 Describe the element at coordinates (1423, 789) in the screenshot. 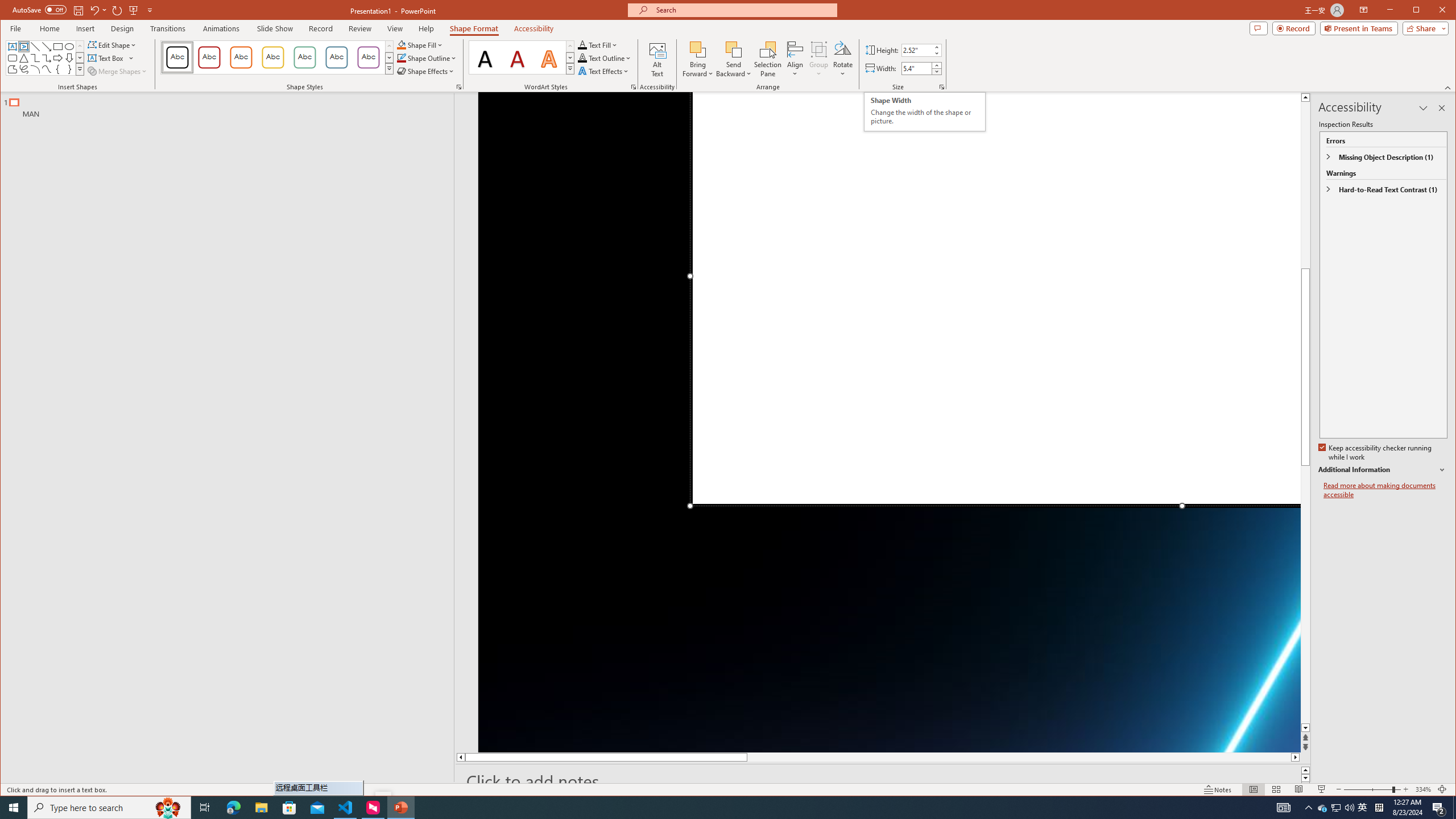

I see `'Zoom 334%'` at that location.